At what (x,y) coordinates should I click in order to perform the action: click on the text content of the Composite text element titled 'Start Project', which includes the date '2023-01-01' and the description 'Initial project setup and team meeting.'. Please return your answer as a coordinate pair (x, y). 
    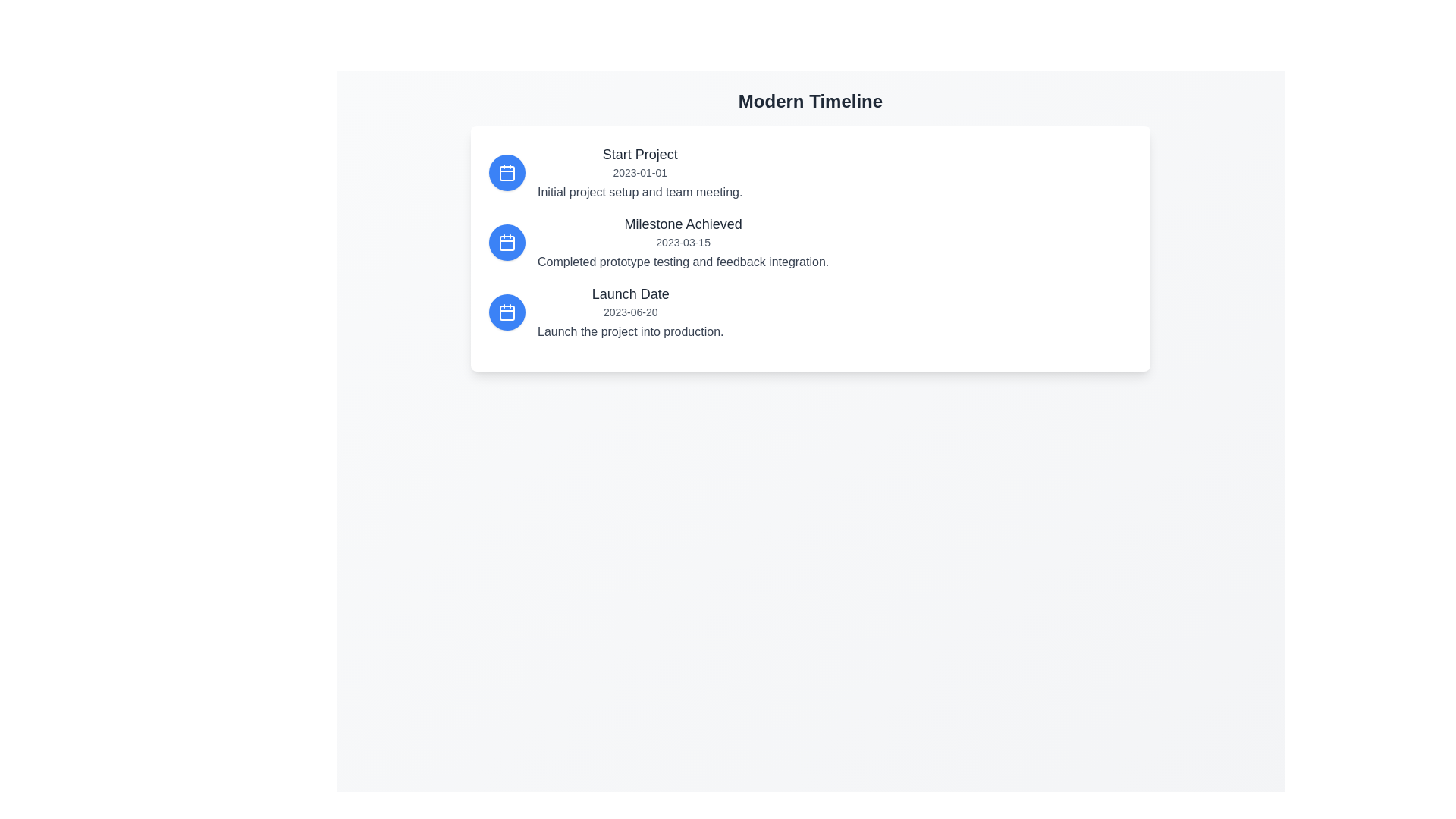
    Looking at the image, I should click on (640, 171).